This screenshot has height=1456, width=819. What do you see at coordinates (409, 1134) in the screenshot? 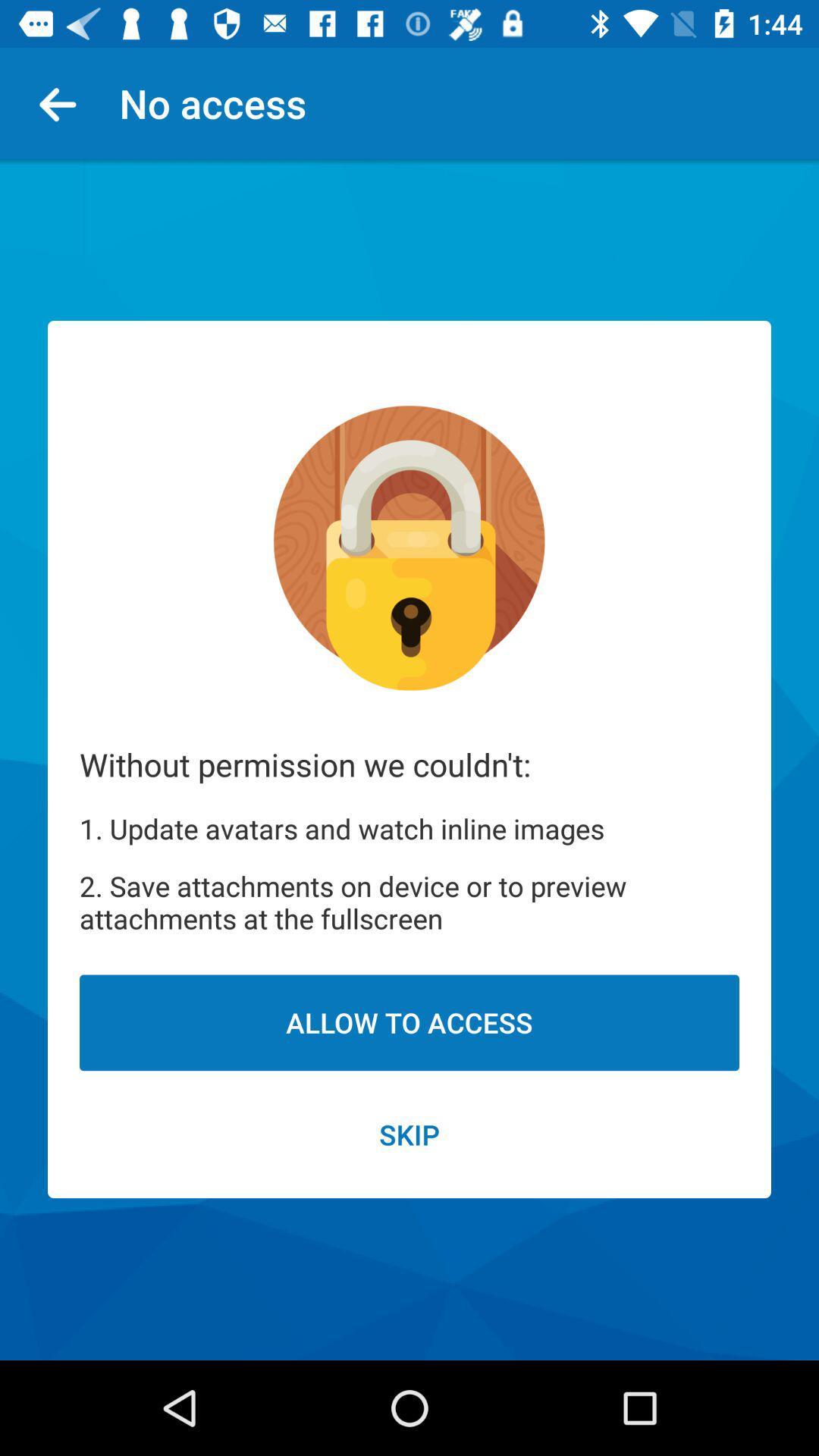
I see `skip item` at bounding box center [409, 1134].